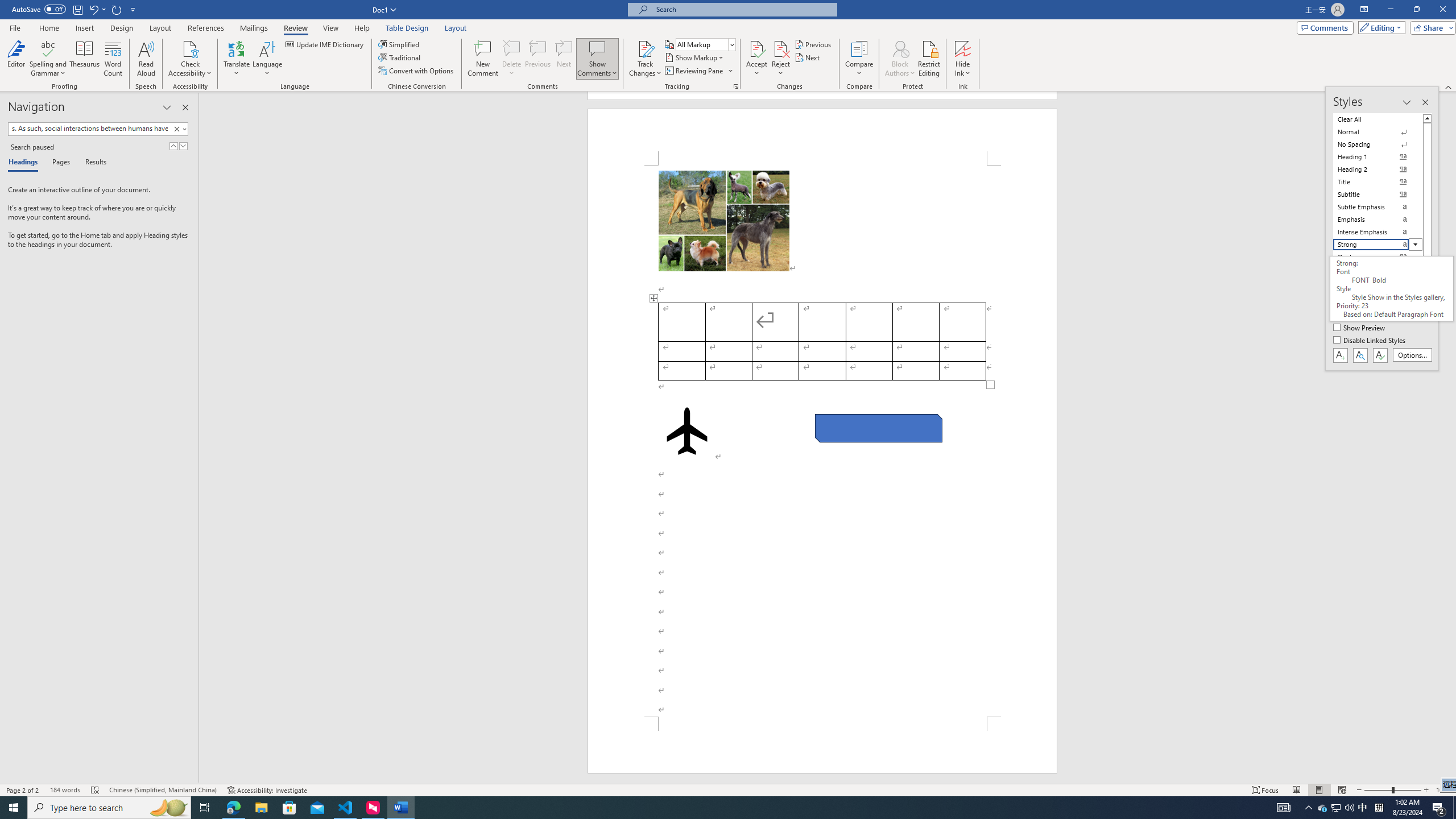 This screenshot has width=1456, height=819. What do you see at coordinates (267, 59) in the screenshot?
I see `'Language'` at bounding box center [267, 59].